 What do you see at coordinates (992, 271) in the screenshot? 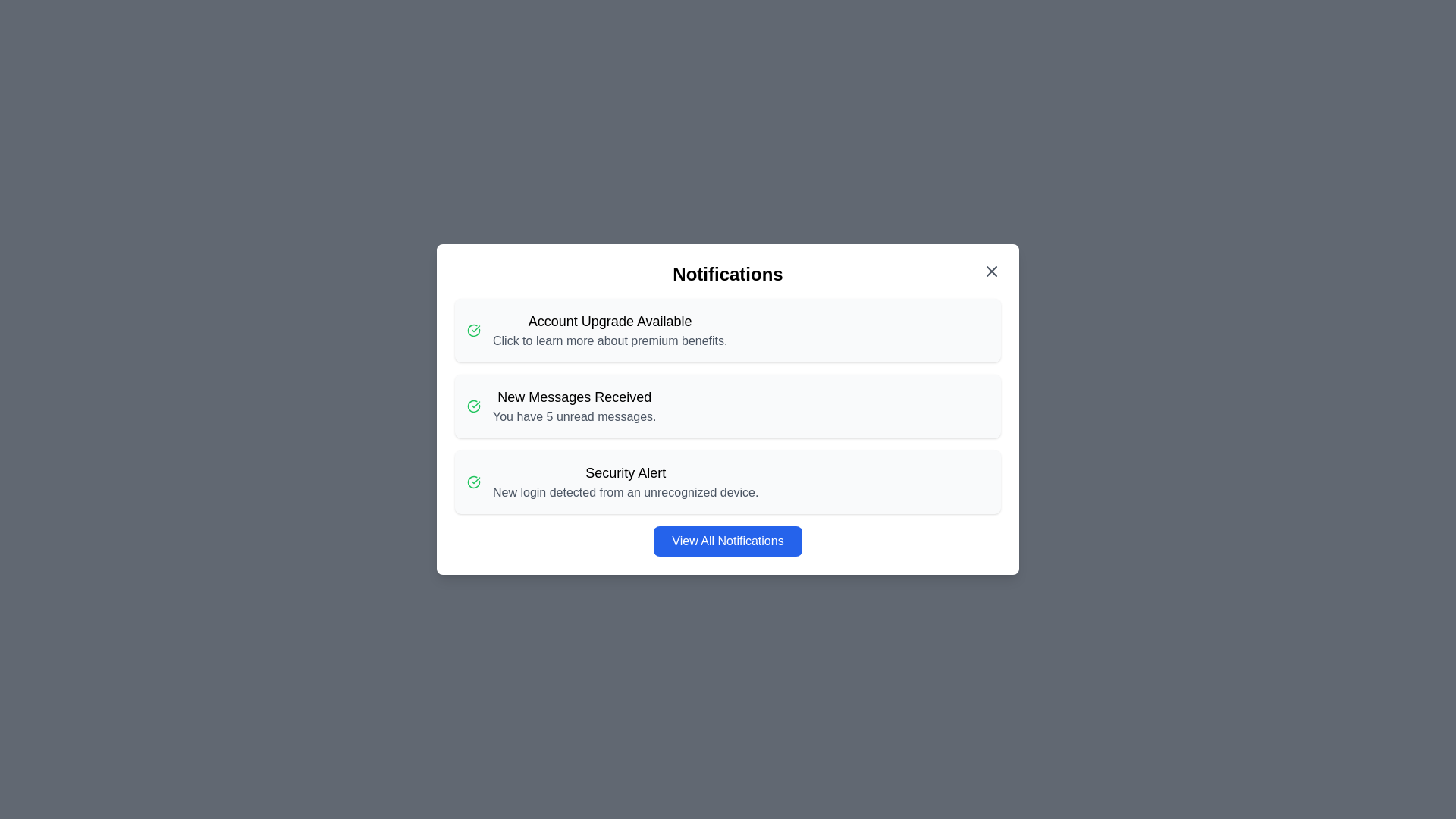
I see `the close button located at the top right corner of the notifications panel` at bounding box center [992, 271].